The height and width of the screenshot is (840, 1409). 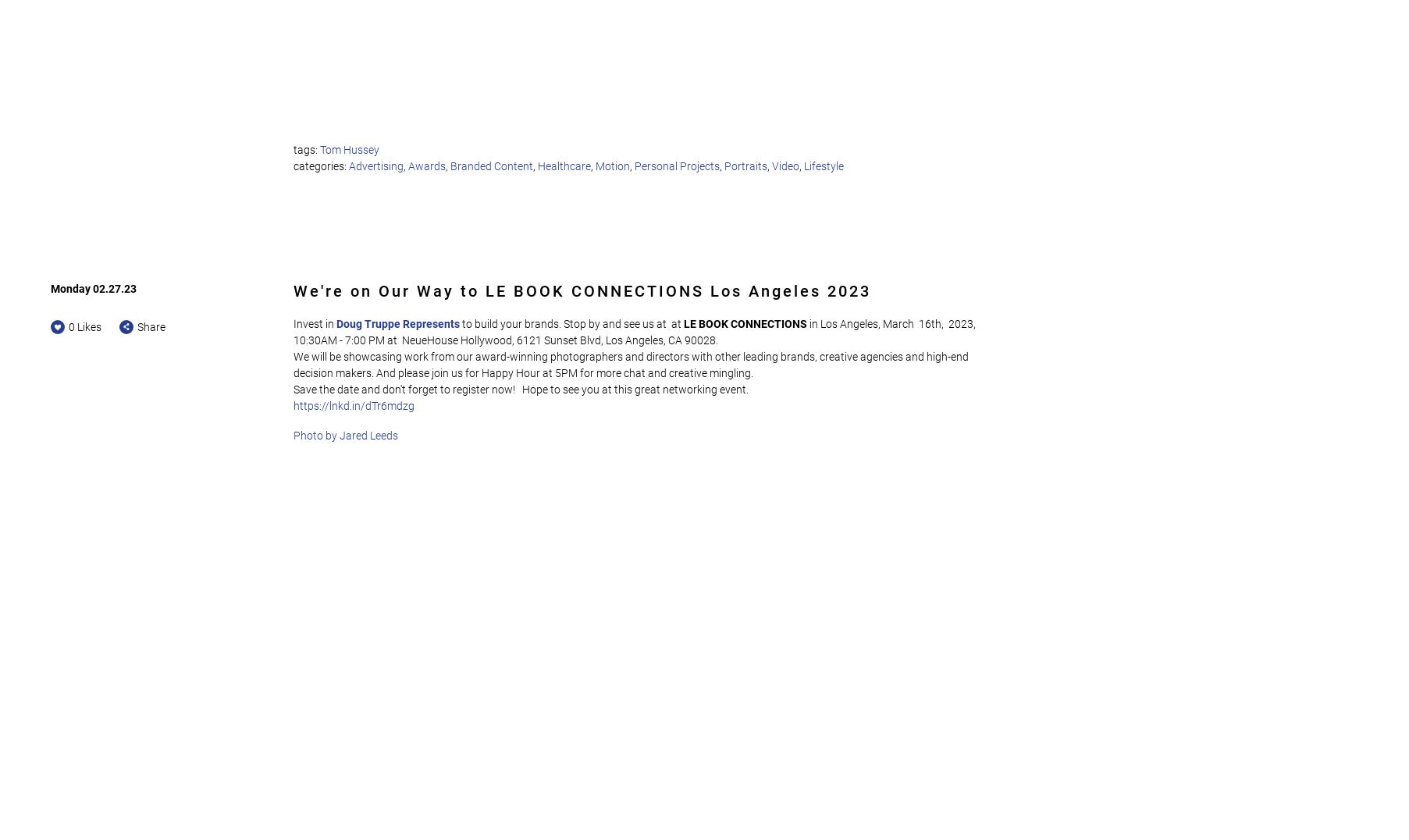 What do you see at coordinates (582, 289) in the screenshot?
I see `'We're on Our Way to LE BOOK CONNECTIONS Los Angeles 2023'` at bounding box center [582, 289].